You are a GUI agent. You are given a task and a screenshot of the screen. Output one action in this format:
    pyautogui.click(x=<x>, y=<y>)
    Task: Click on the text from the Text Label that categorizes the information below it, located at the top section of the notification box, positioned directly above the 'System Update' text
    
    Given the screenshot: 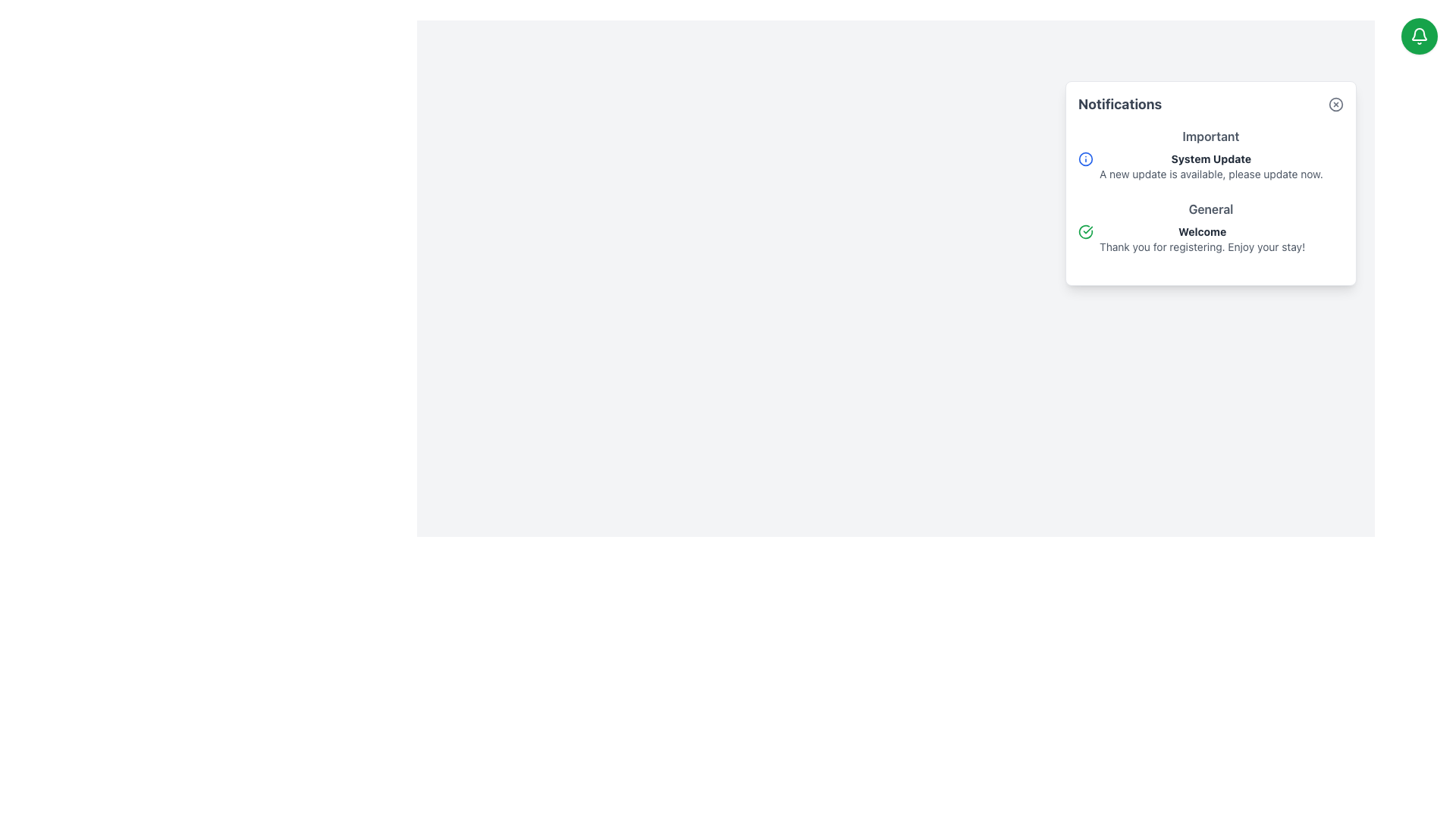 What is the action you would take?
    pyautogui.click(x=1210, y=136)
    